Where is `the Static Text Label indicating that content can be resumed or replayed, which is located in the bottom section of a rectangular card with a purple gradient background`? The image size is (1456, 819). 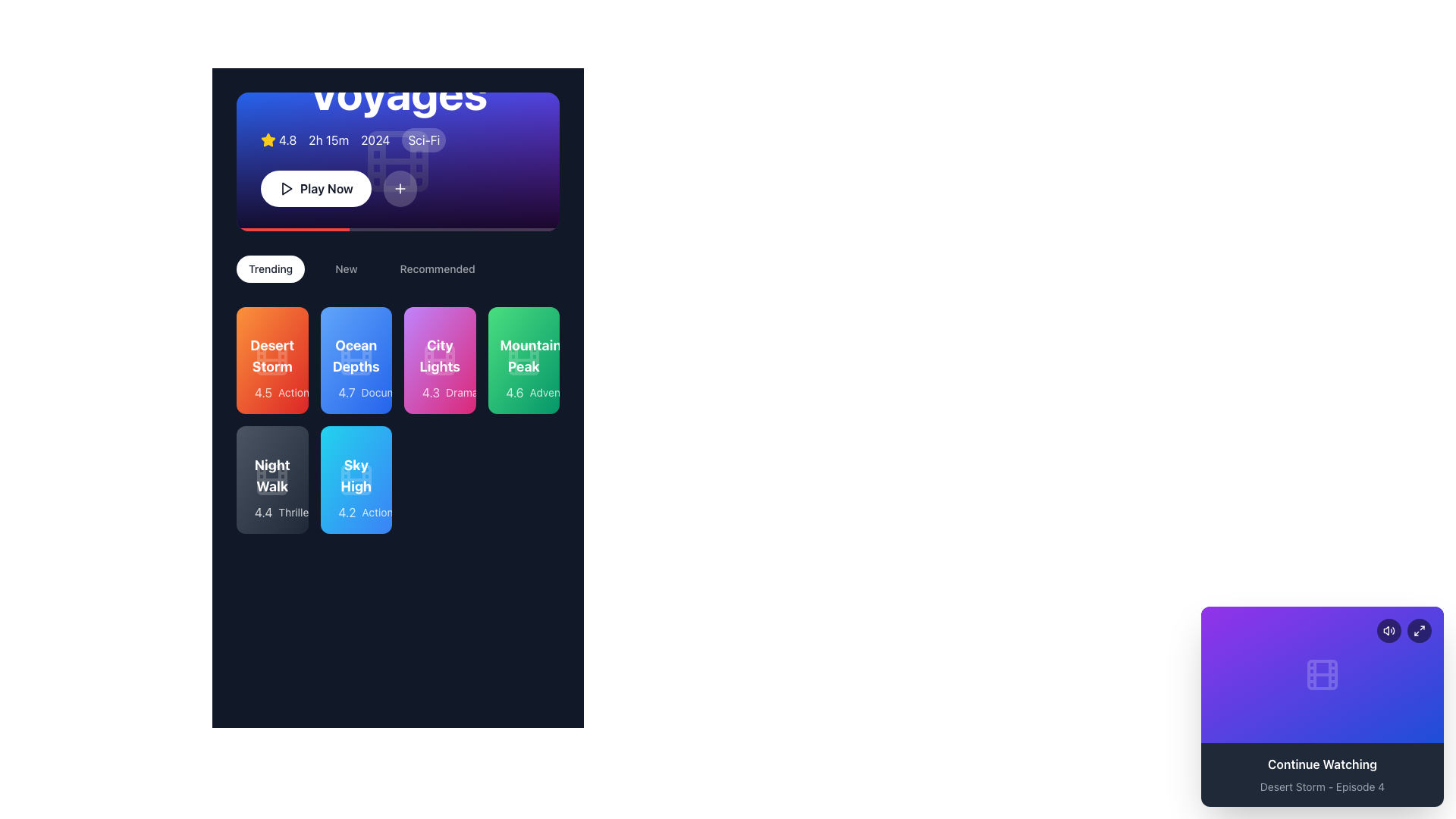 the Static Text Label indicating that content can be resumed or replayed, which is located in the bottom section of a rectangular card with a purple gradient background is located at coordinates (1321, 764).